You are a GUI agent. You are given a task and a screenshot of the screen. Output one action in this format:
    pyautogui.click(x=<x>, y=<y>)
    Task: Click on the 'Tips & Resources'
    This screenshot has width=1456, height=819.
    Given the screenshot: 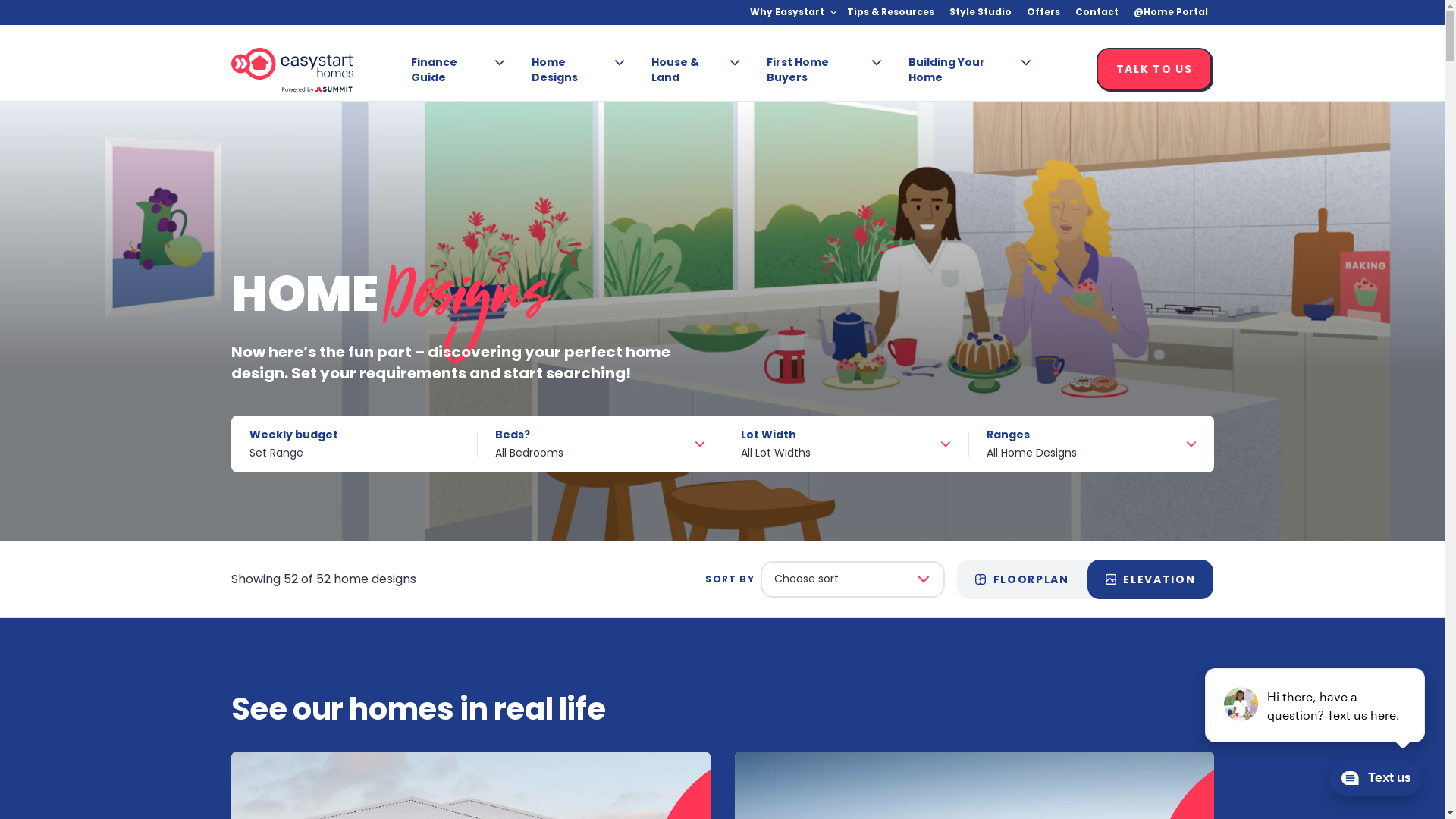 What is the action you would take?
    pyautogui.click(x=890, y=12)
    